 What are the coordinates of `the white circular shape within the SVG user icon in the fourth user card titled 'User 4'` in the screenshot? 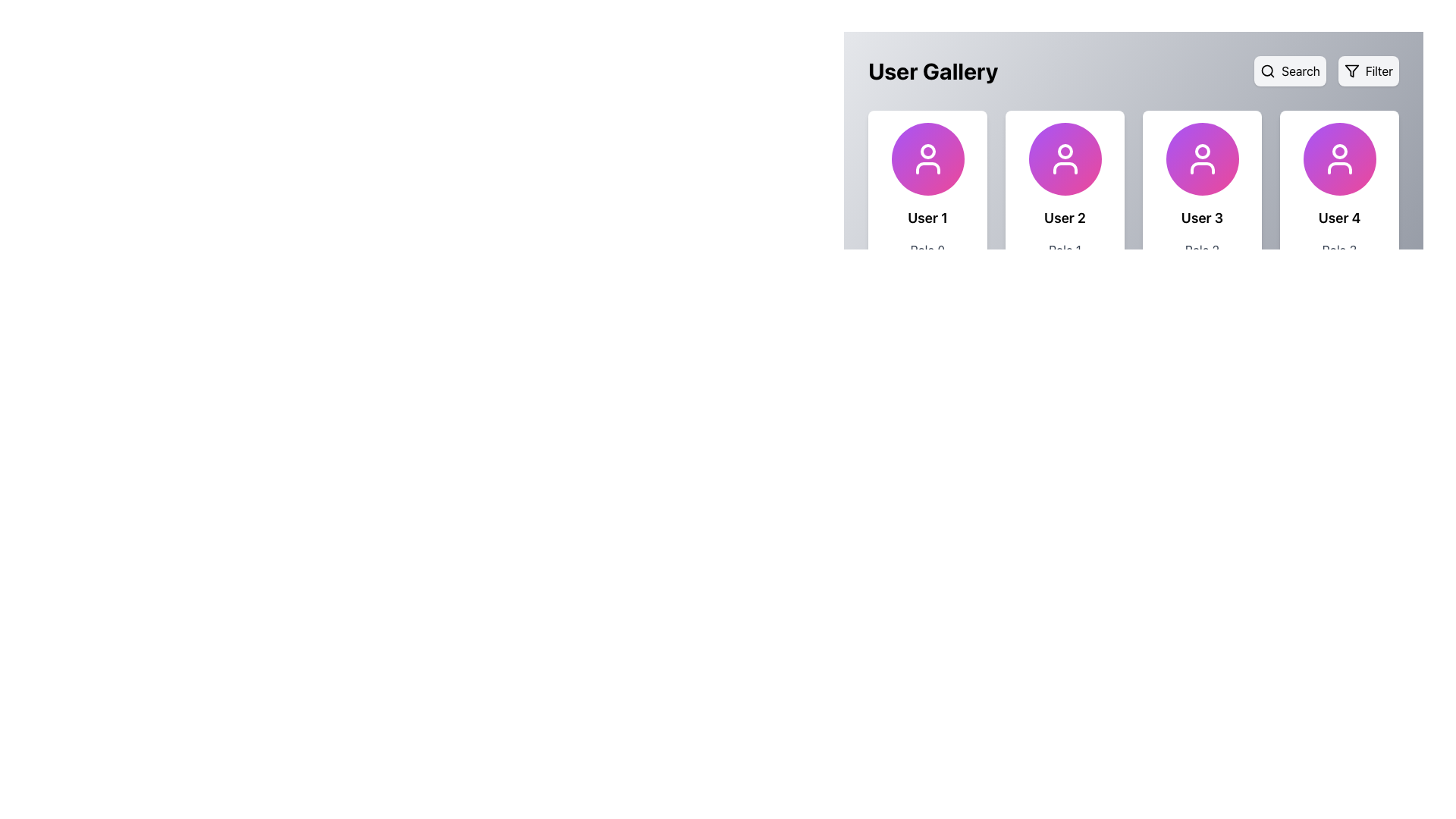 It's located at (1339, 152).